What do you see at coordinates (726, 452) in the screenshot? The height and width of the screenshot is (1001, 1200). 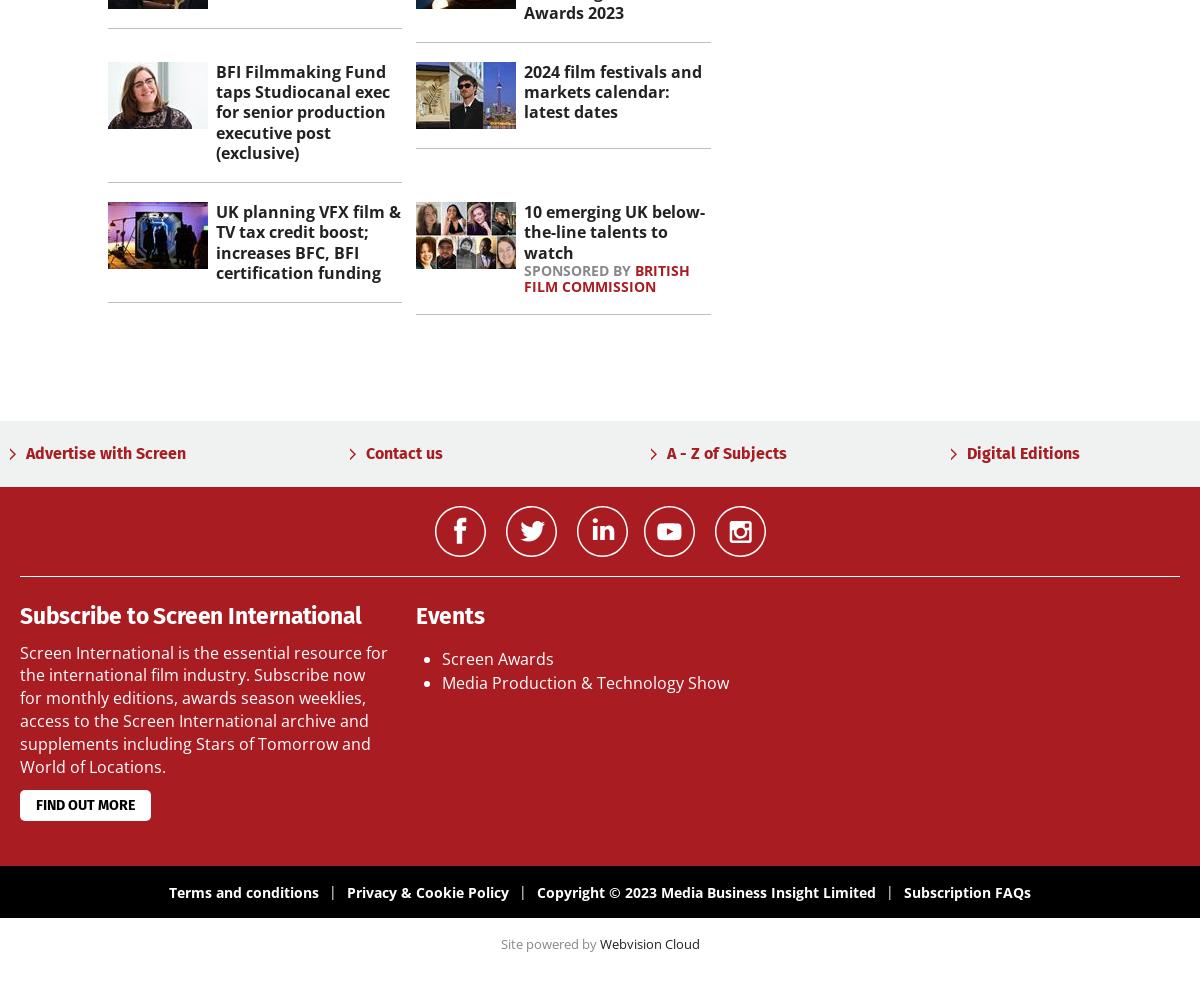 I see `'A - Z of Subjects'` at bounding box center [726, 452].